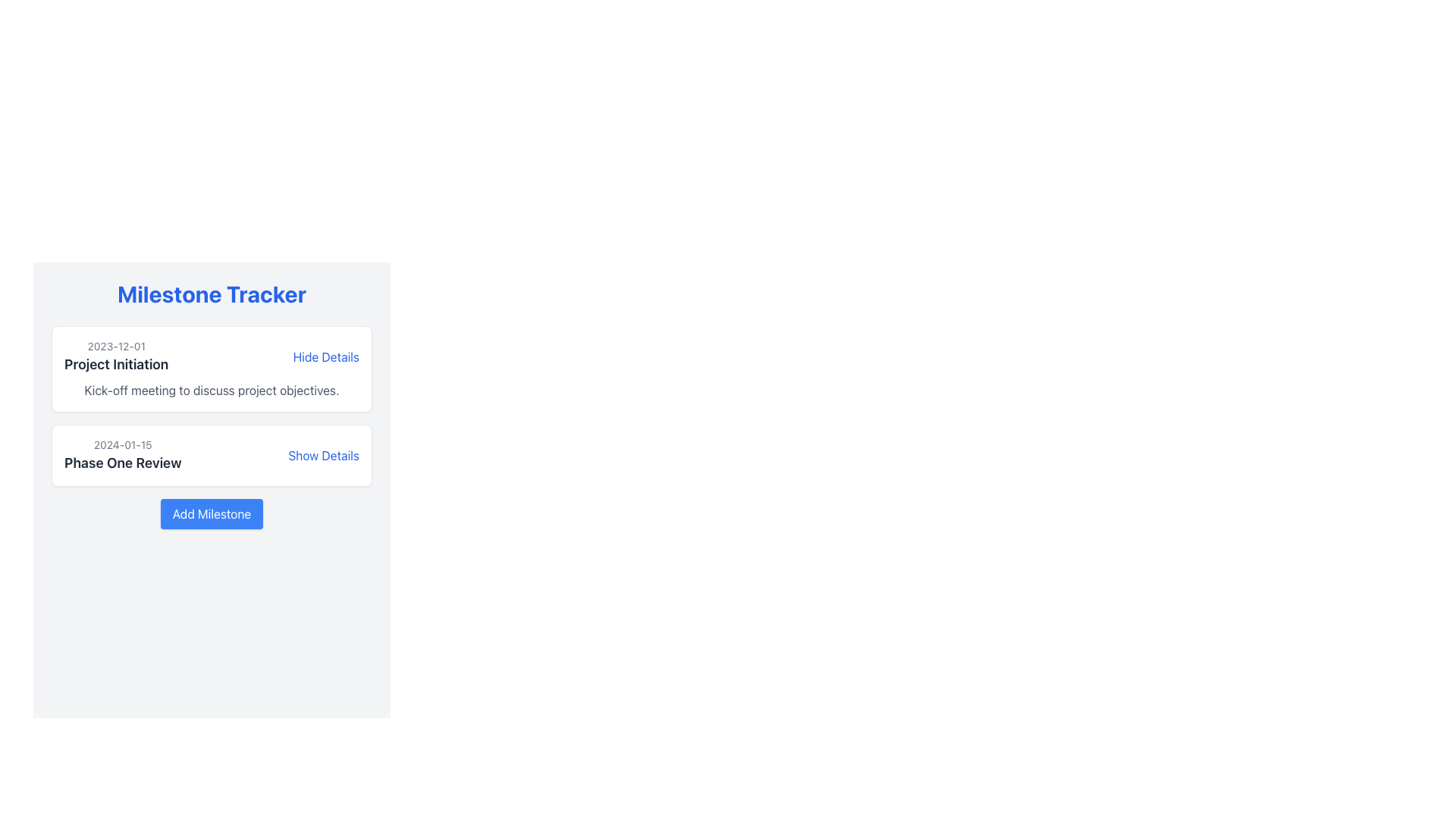 This screenshot has height=819, width=1456. Describe the element at coordinates (123, 455) in the screenshot. I see `the static text display showing the second milestone's title and date under the 'Milestone Tracker' heading` at that location.